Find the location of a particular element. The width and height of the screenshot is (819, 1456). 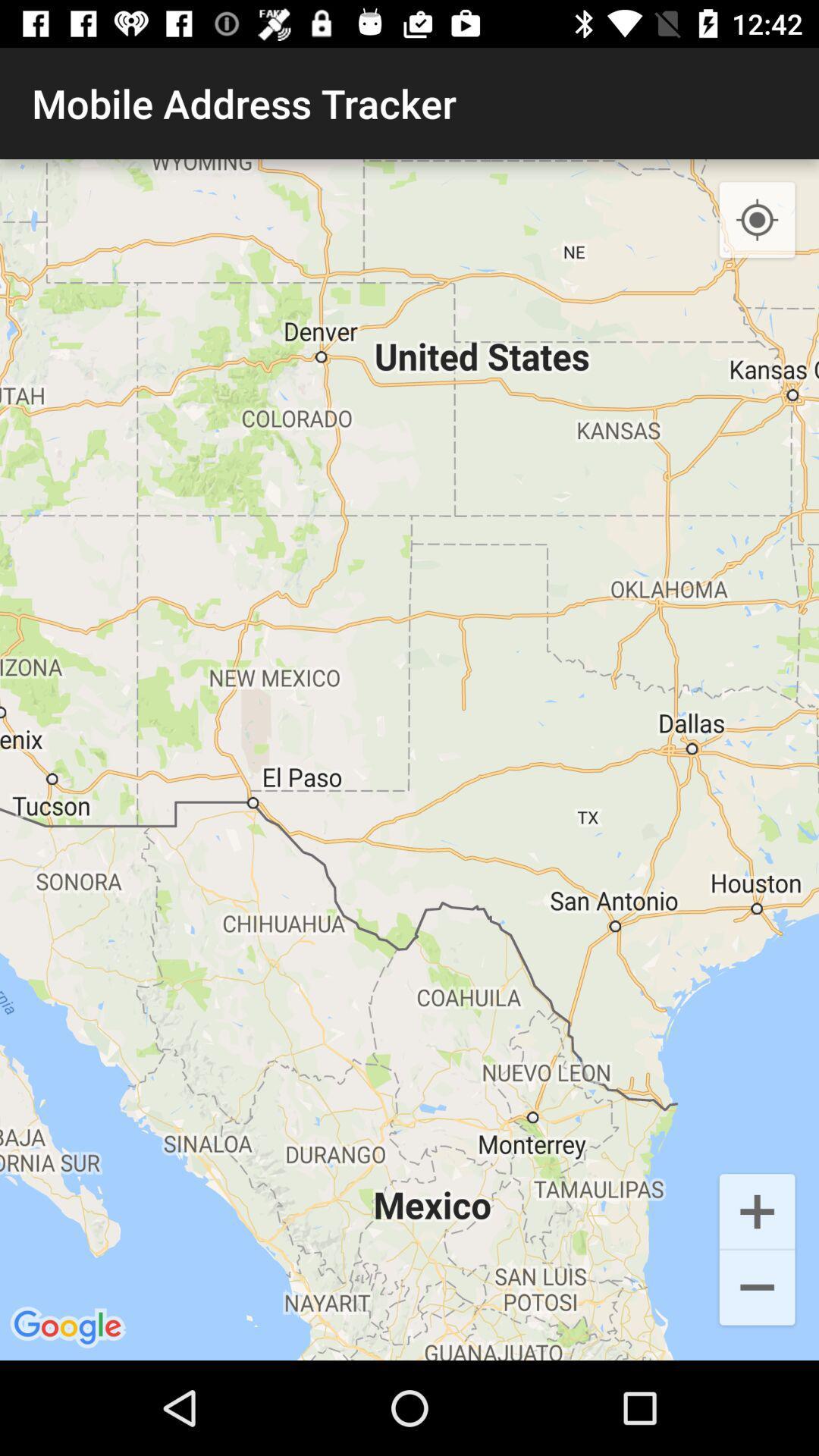

item at the top right corner is located at coordinates (757, 220).